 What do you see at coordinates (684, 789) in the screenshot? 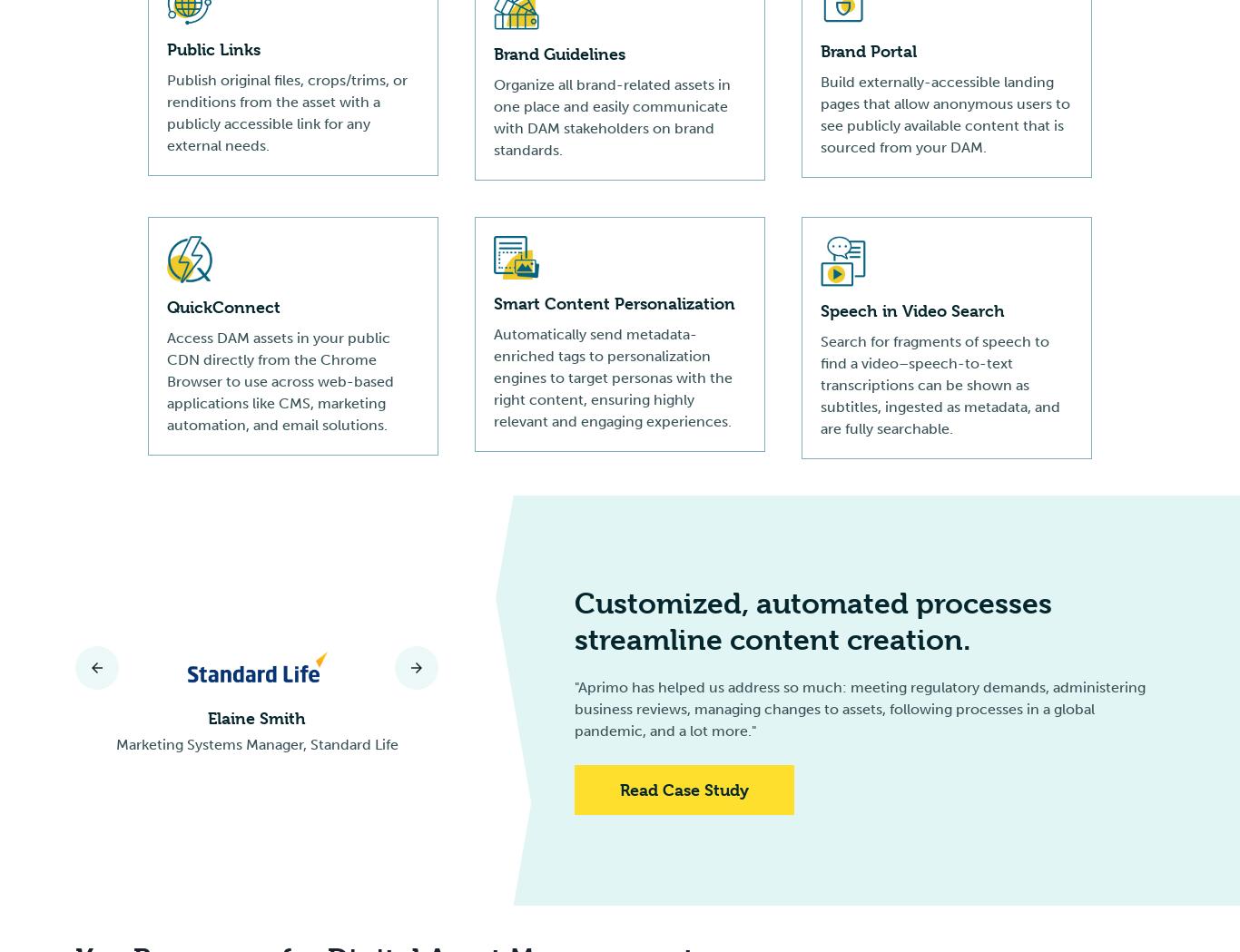
I see `'Read Case Study'` at bounding box center [684, 789].